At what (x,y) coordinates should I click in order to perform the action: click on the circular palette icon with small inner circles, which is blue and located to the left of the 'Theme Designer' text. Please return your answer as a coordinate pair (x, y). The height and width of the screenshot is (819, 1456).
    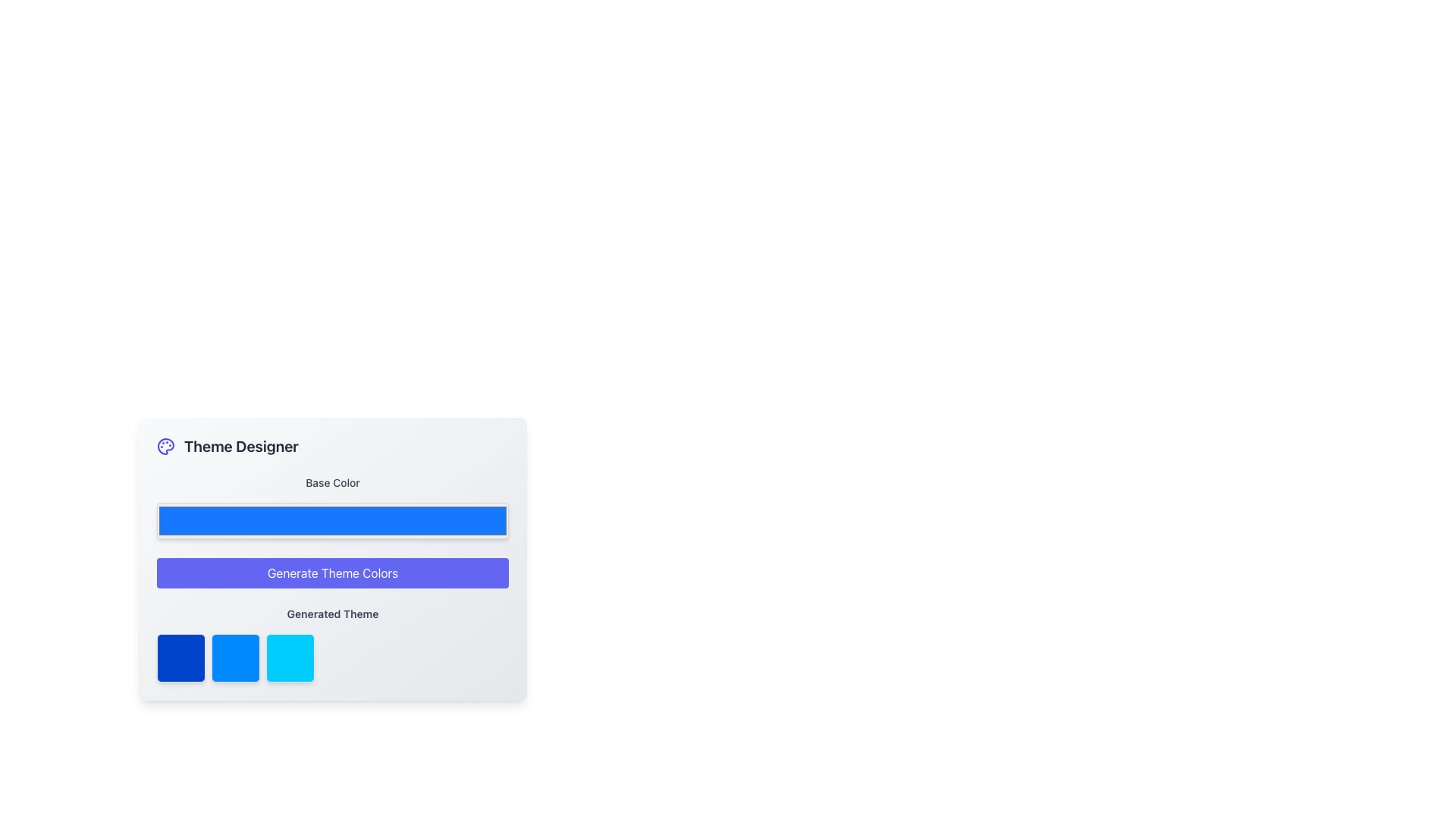
    Looking at the image, I should click on (166, 446).